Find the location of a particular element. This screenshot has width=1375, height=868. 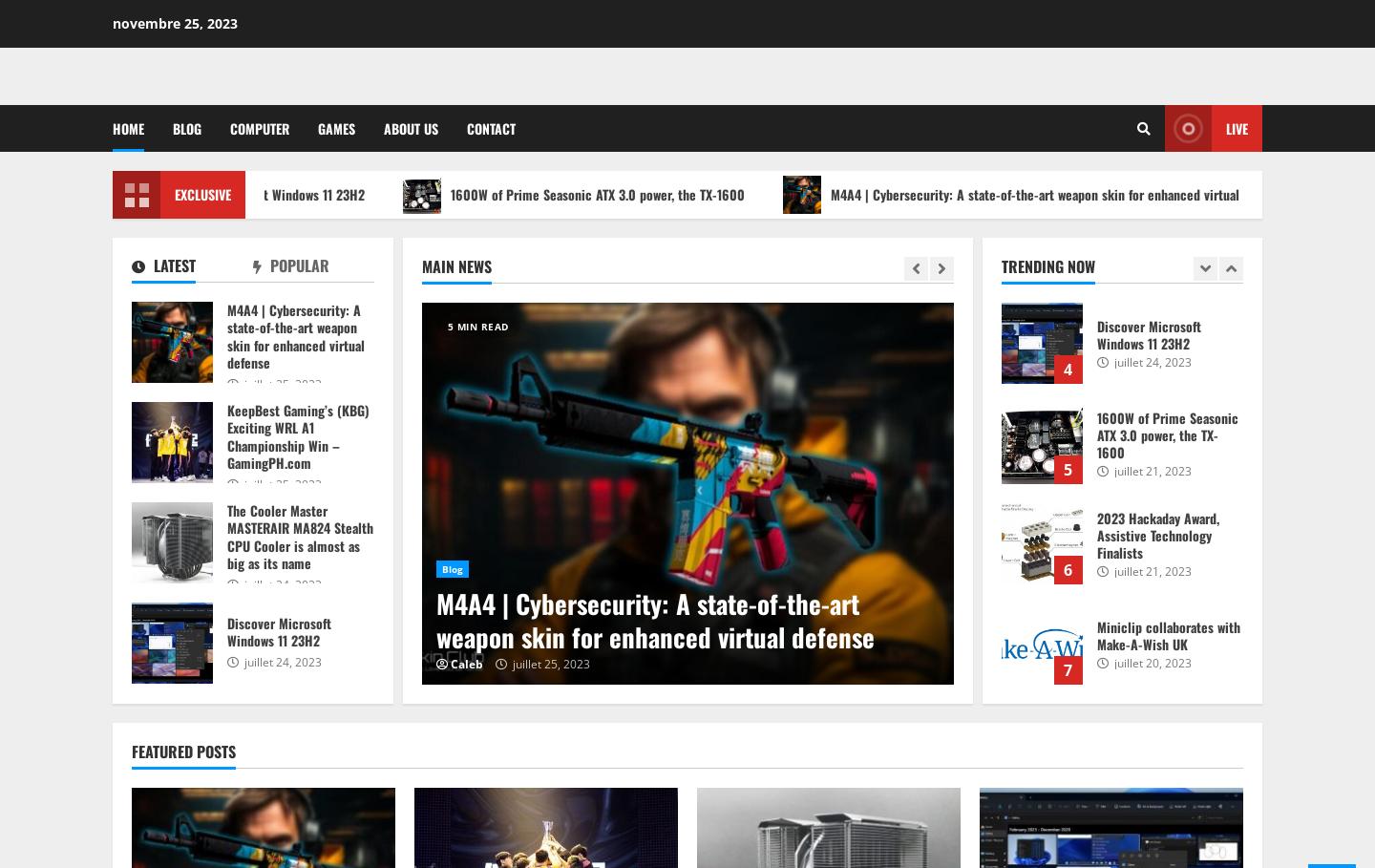

'novembre 25, 2023' is located at coordinates (175, 22).